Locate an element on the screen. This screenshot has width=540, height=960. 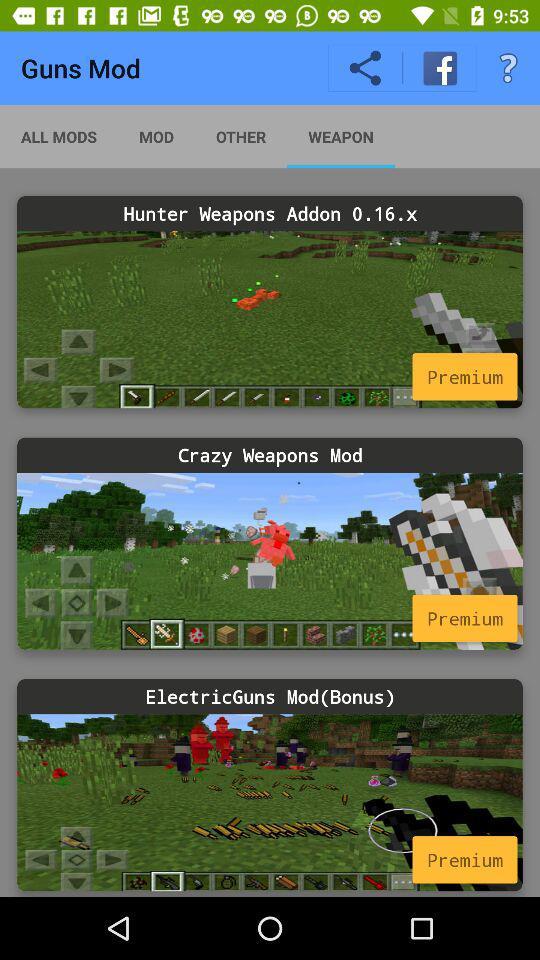
the item to the right of the other is located at coordinates (340, 135).